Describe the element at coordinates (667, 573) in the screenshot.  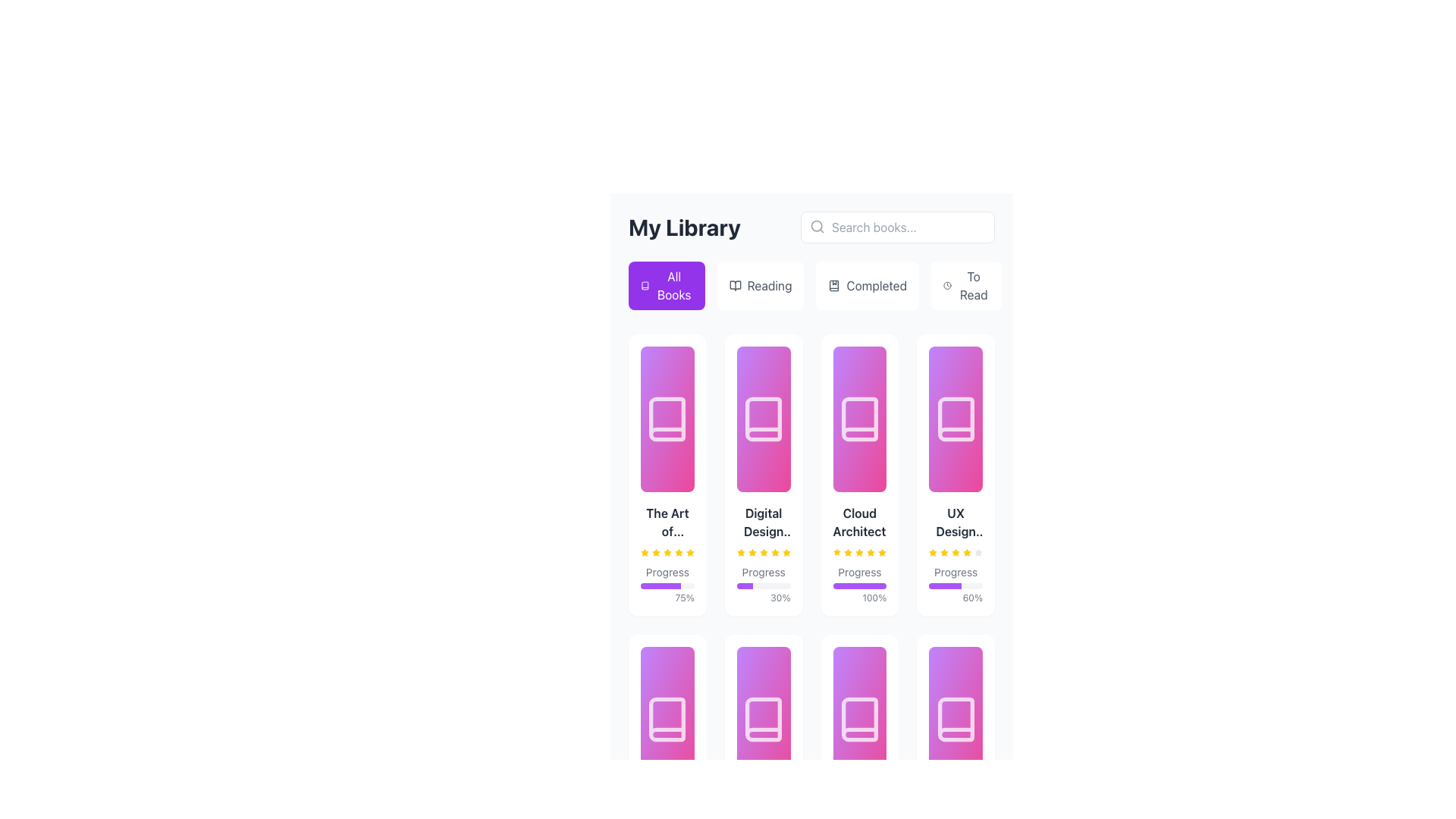
I see `the text label indicating reading progress for the book entry 'The Art of...' which is positioned above the progress bar and aligned with the percentage indicator` at that location.